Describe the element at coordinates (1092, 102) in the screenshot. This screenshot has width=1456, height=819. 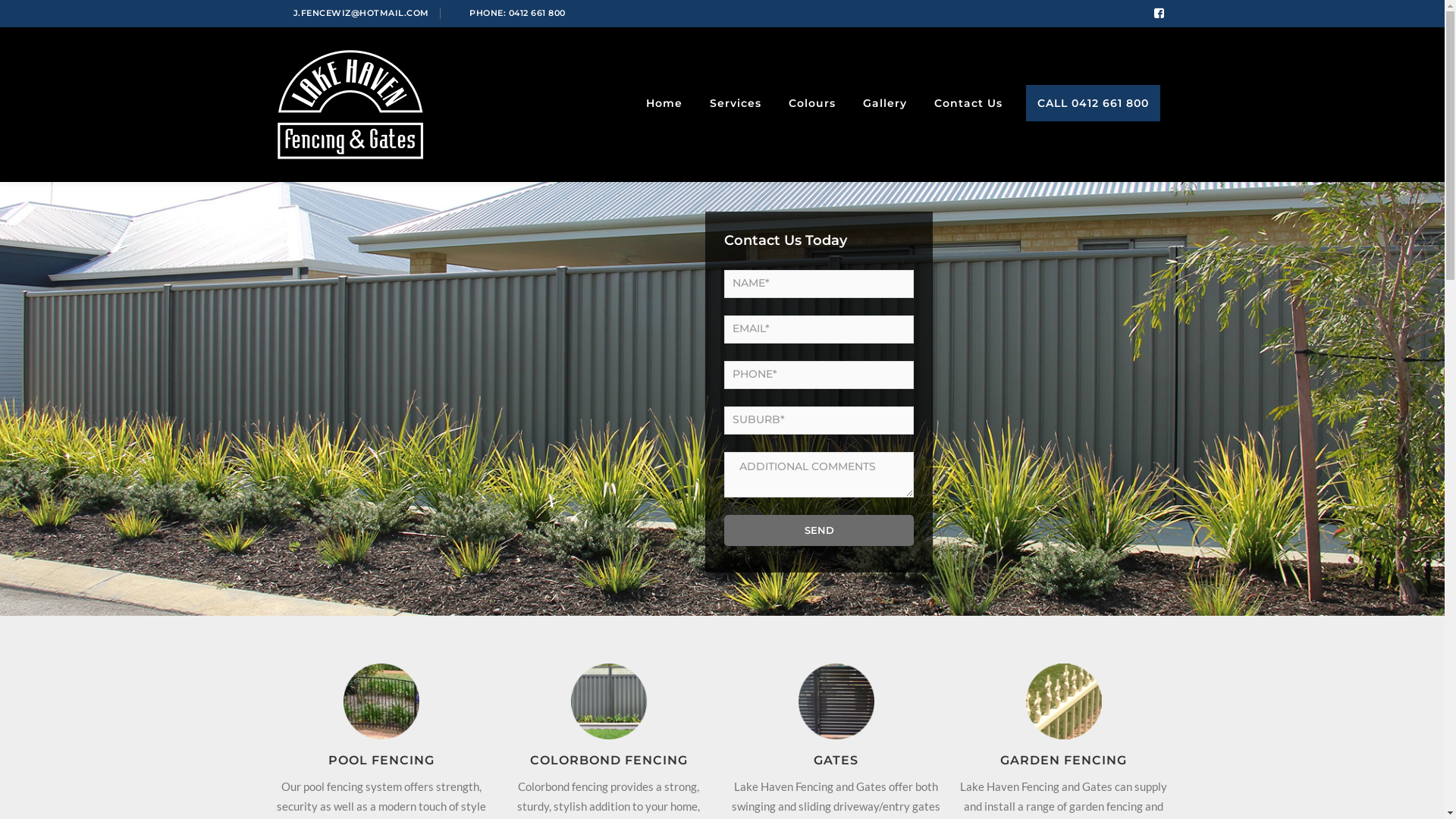
I see `'CALL 0412 661 800'` at that location.